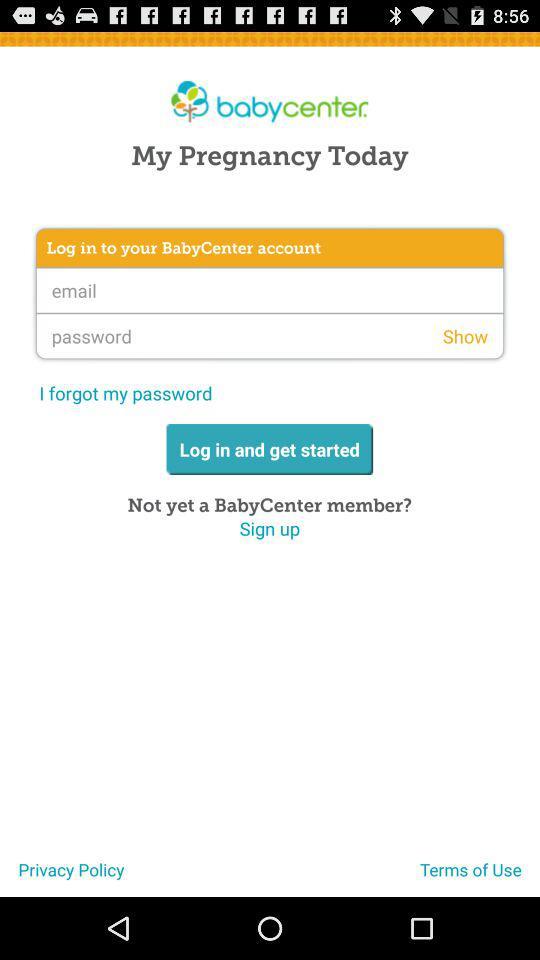  What do you see at coordinates (125, 392) in the screenshot?
I see `item on the left` at bounding box center [125, 392].